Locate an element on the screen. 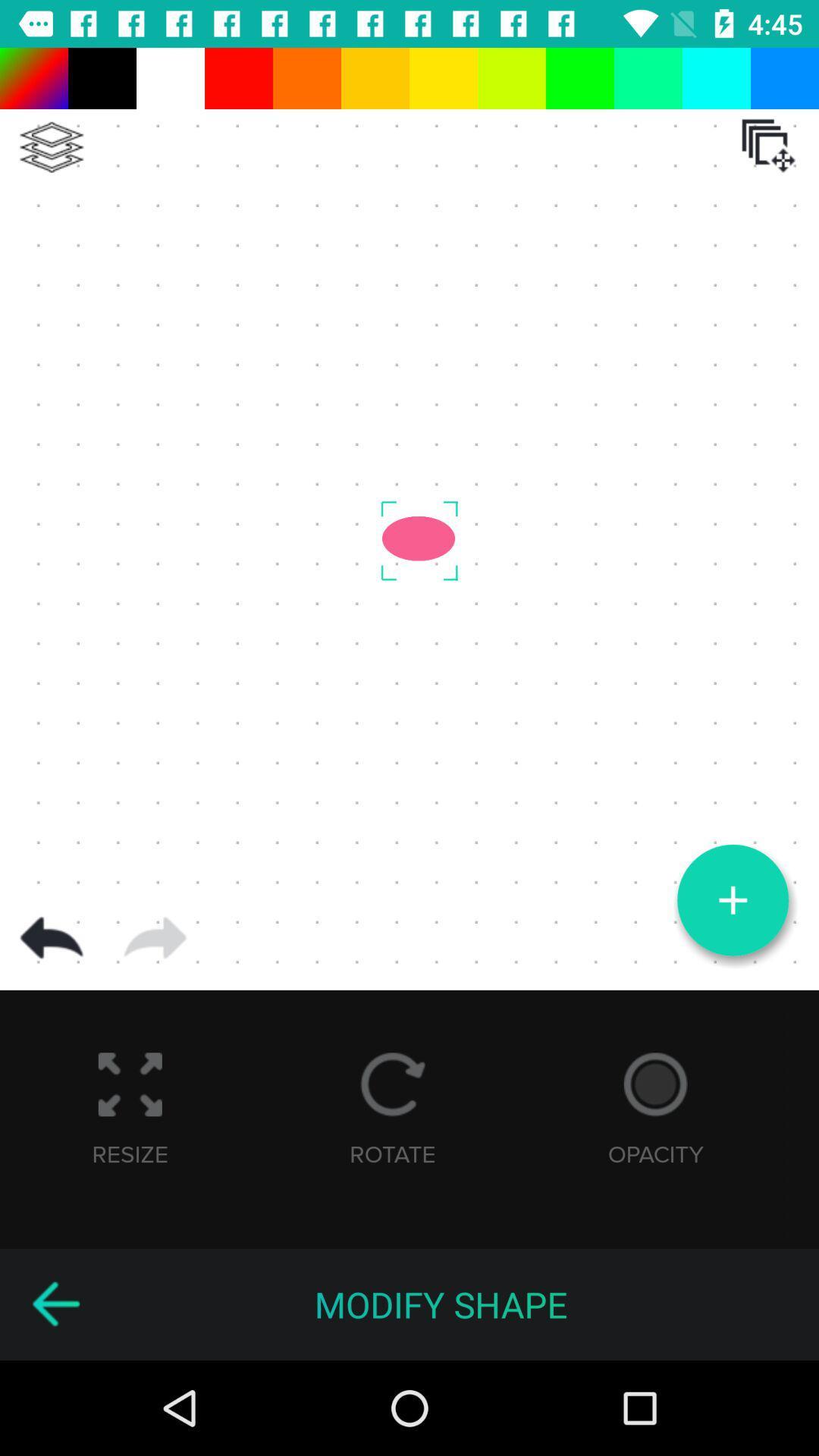 The image size is (819, 1456). the arrow_forward icon is located at coordinates (155, 937).